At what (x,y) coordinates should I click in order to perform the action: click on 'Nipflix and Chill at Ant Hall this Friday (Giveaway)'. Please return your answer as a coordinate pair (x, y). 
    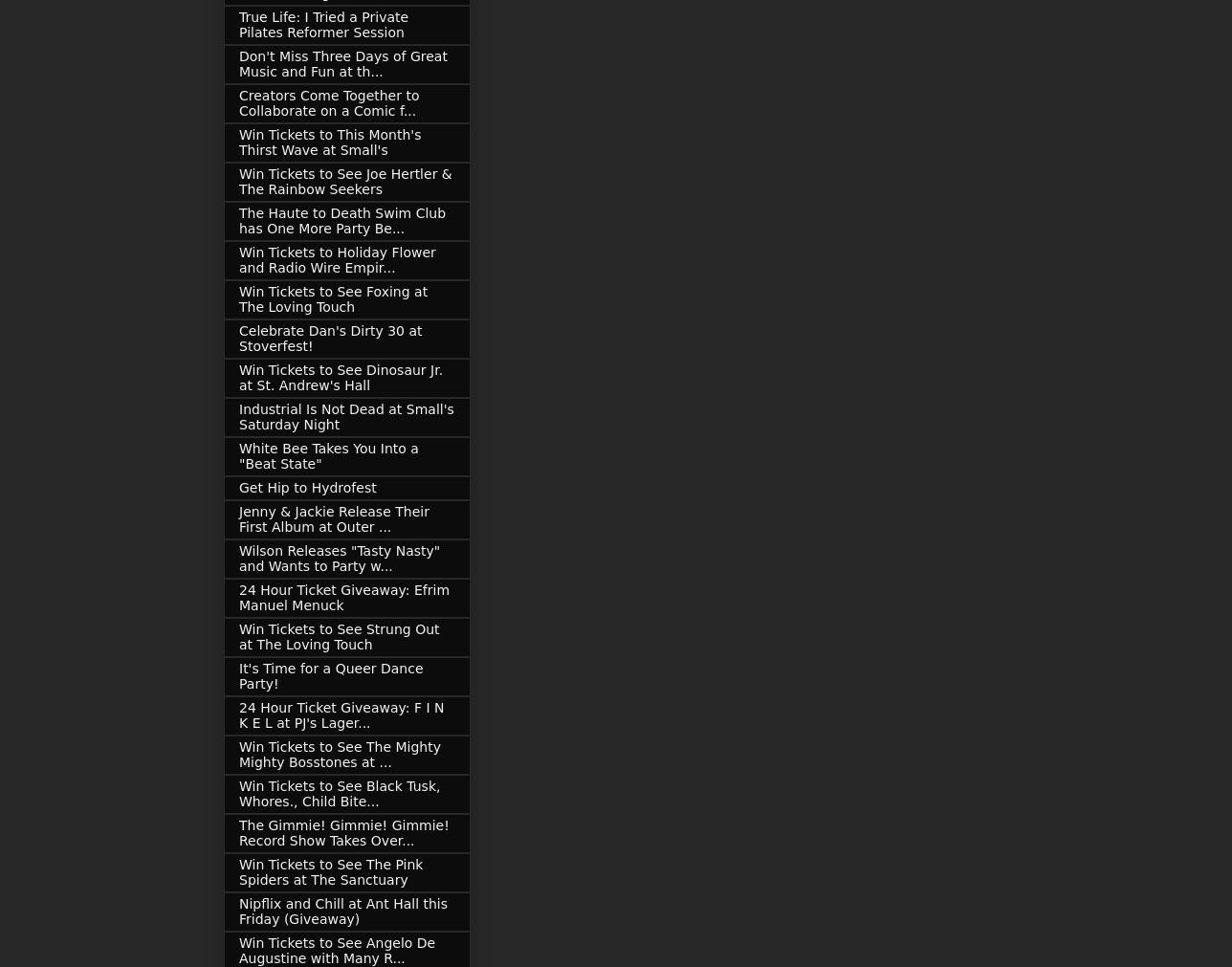
    Looking at the image, I should click on (342, 911).